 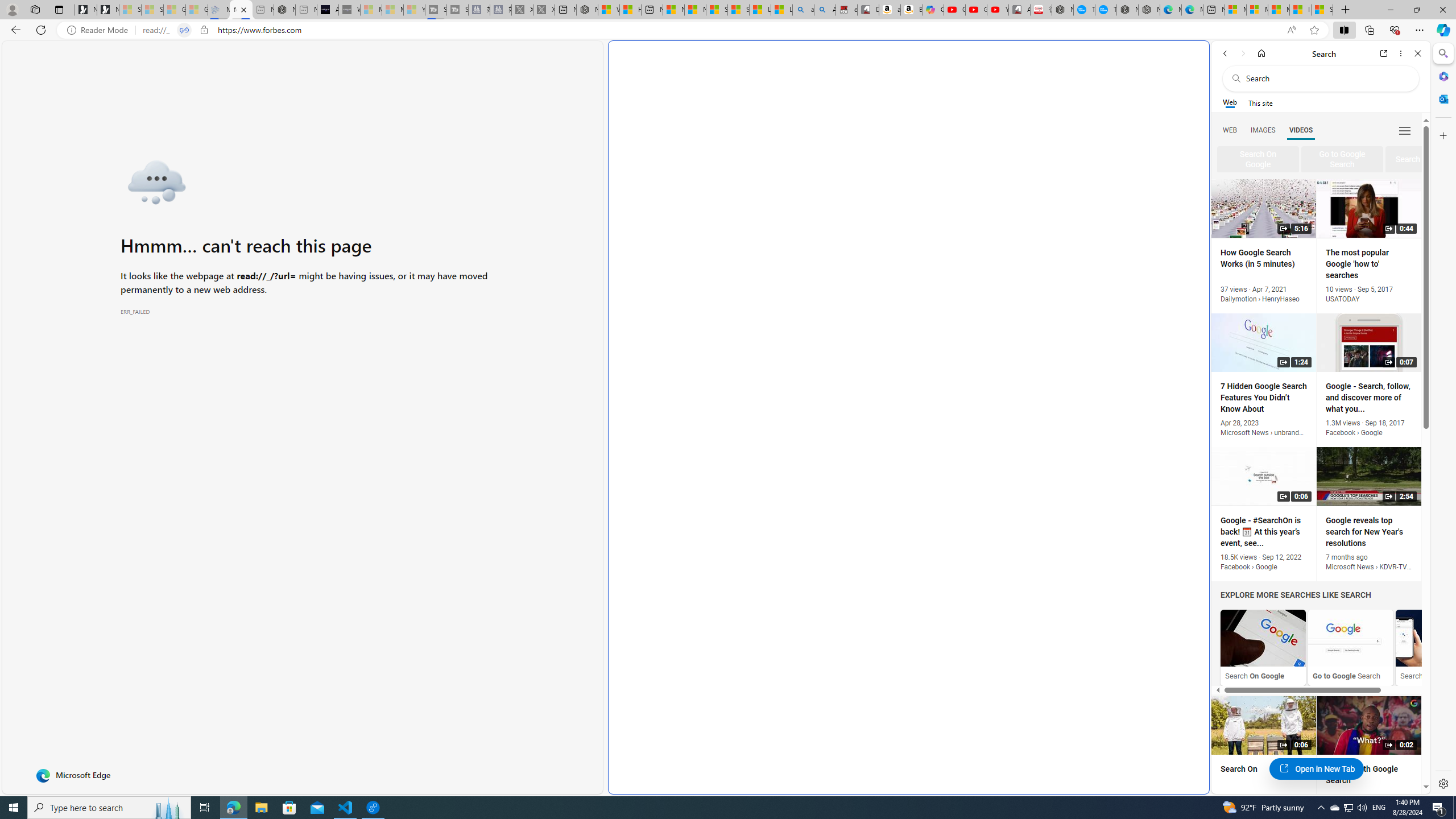 I want to click on 'Class: b_serphb', so click(x=1405, y=130).